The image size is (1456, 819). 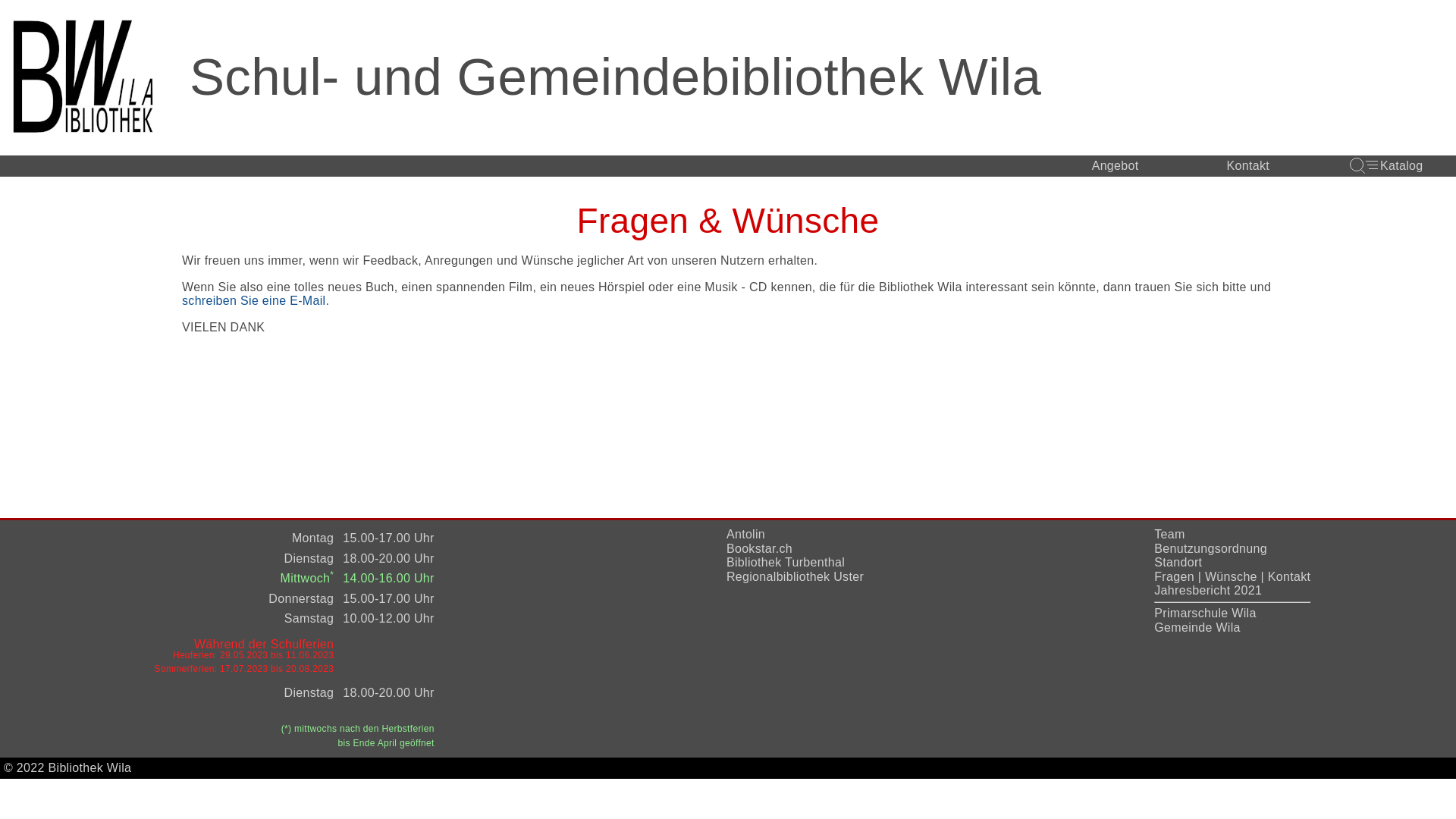 What do you see at coordinates (1197, 627) in the screenshot?
I see `'Gemeinde Wila'` at bounding box center [1197, 627].